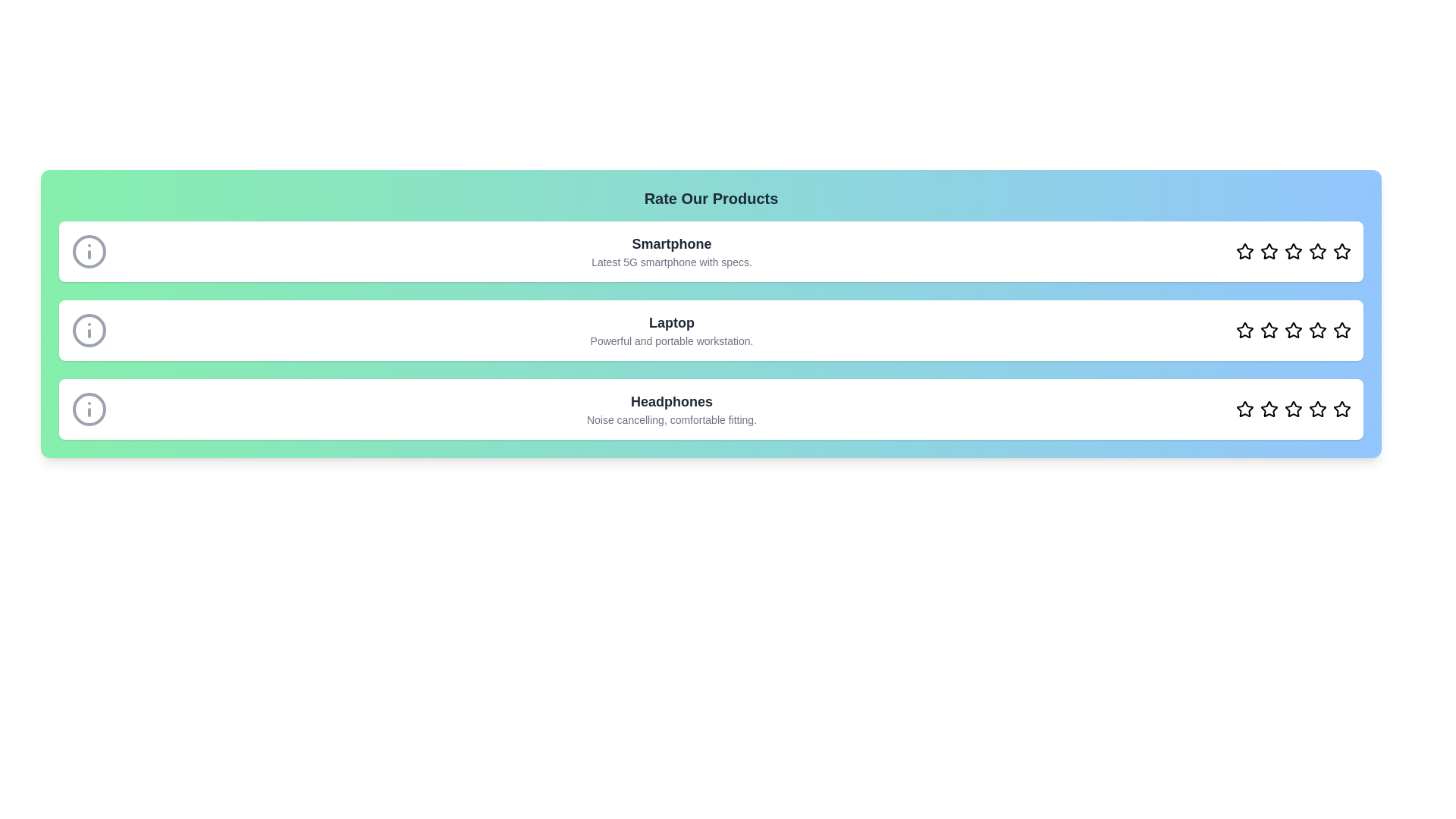 The height and width of the screenshot is (819, 1456). I want to click on the second star in the rating section for the 'Laptop' product to enable accessibility navigation, so click(1269, 250).